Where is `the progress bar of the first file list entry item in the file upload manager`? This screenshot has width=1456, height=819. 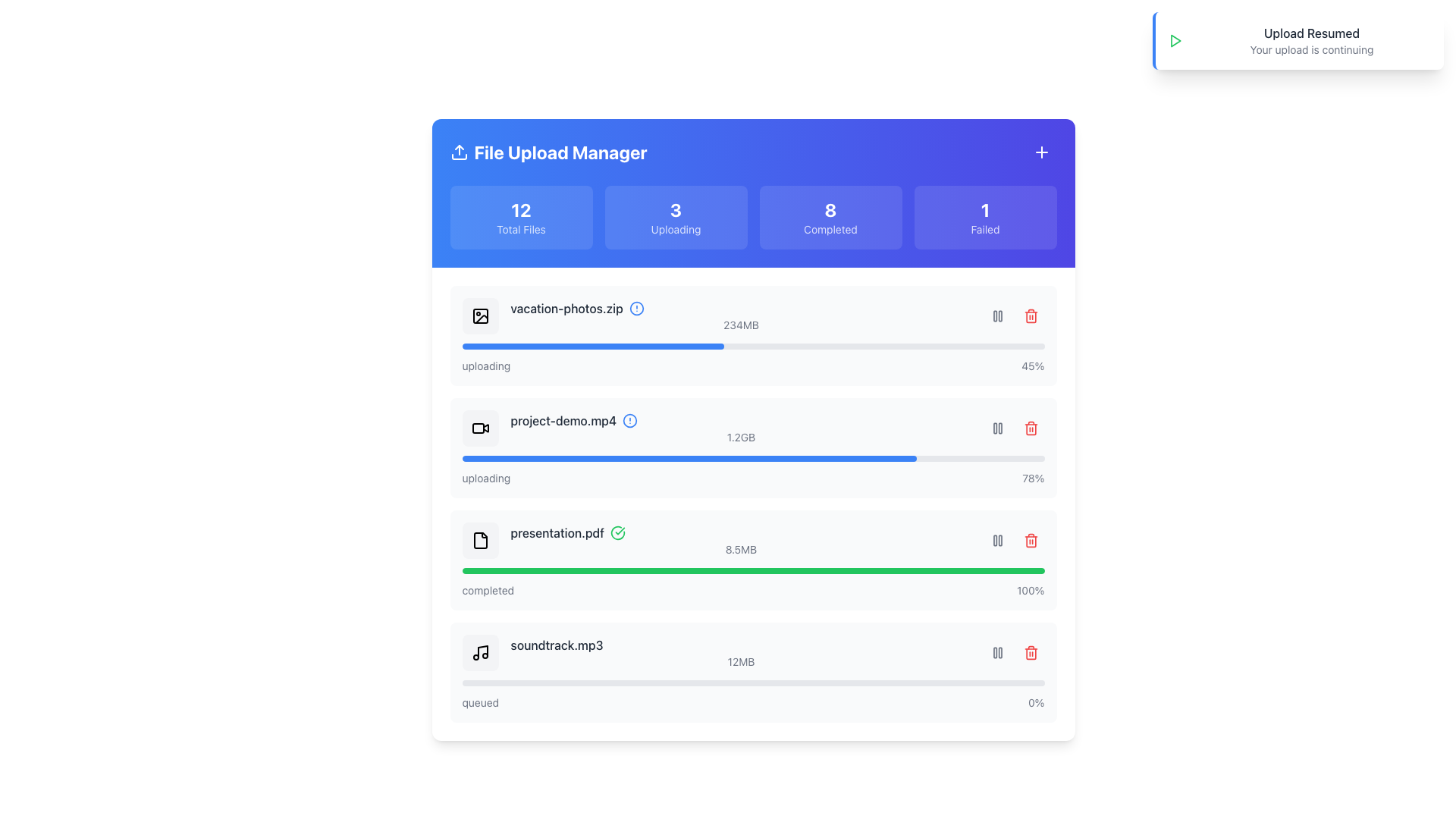 the progress bar of the first file list entry item in the file upload manager is located at coordinates (741, 315).